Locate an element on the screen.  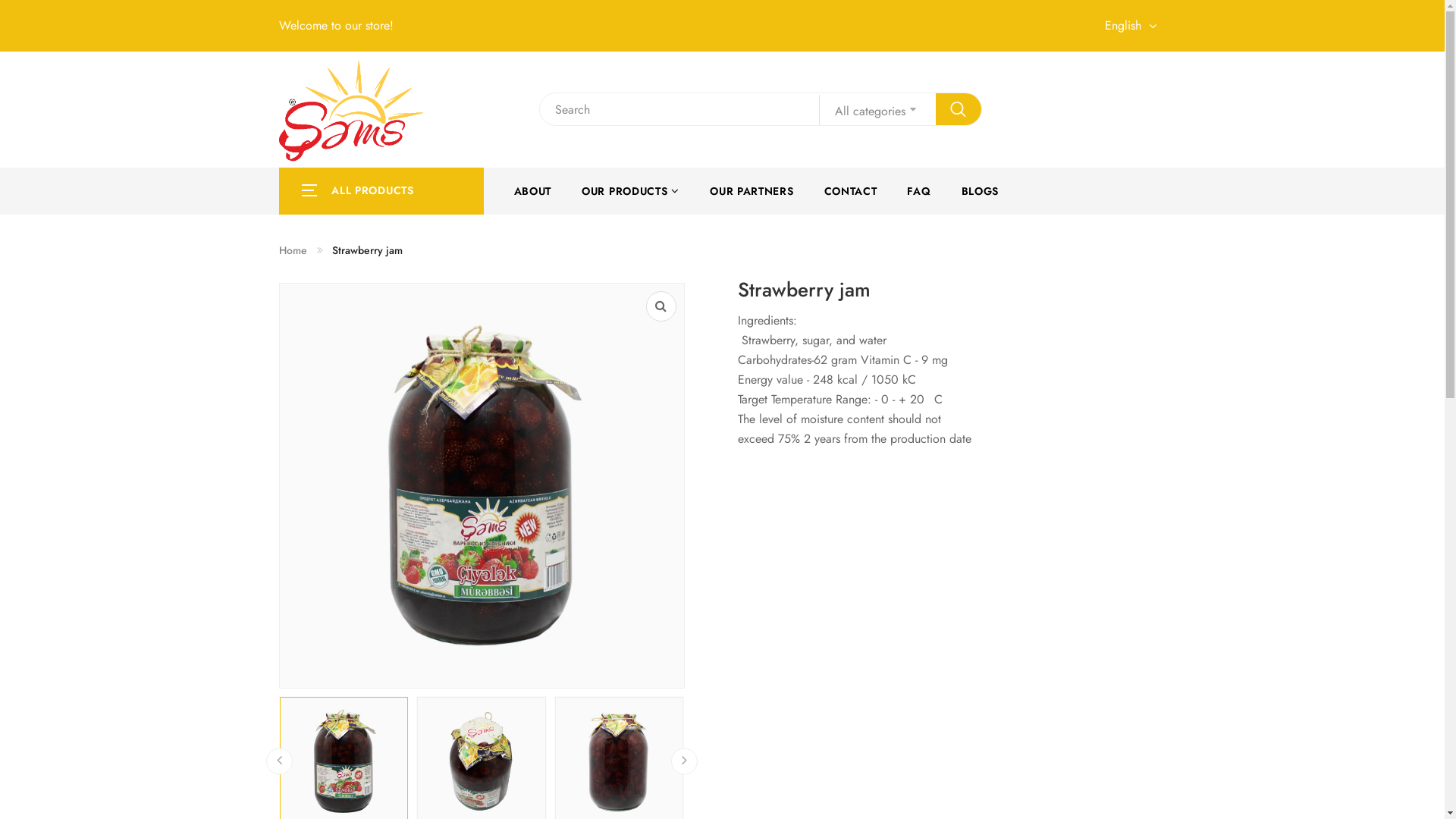
'ABOUT' is located at coordinates (532, 190).